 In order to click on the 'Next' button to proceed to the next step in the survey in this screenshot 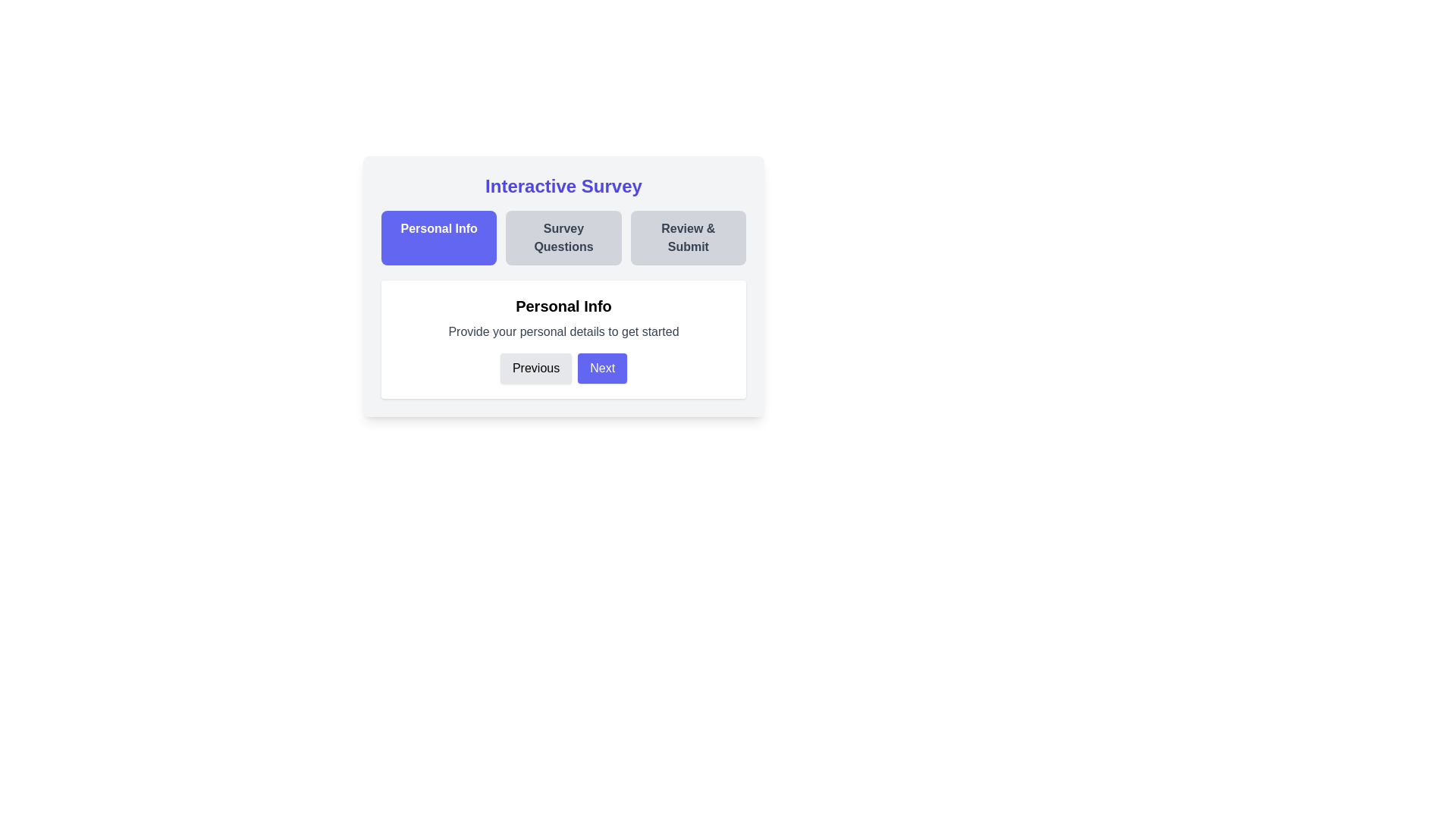, I will do `click(601, 369)`.